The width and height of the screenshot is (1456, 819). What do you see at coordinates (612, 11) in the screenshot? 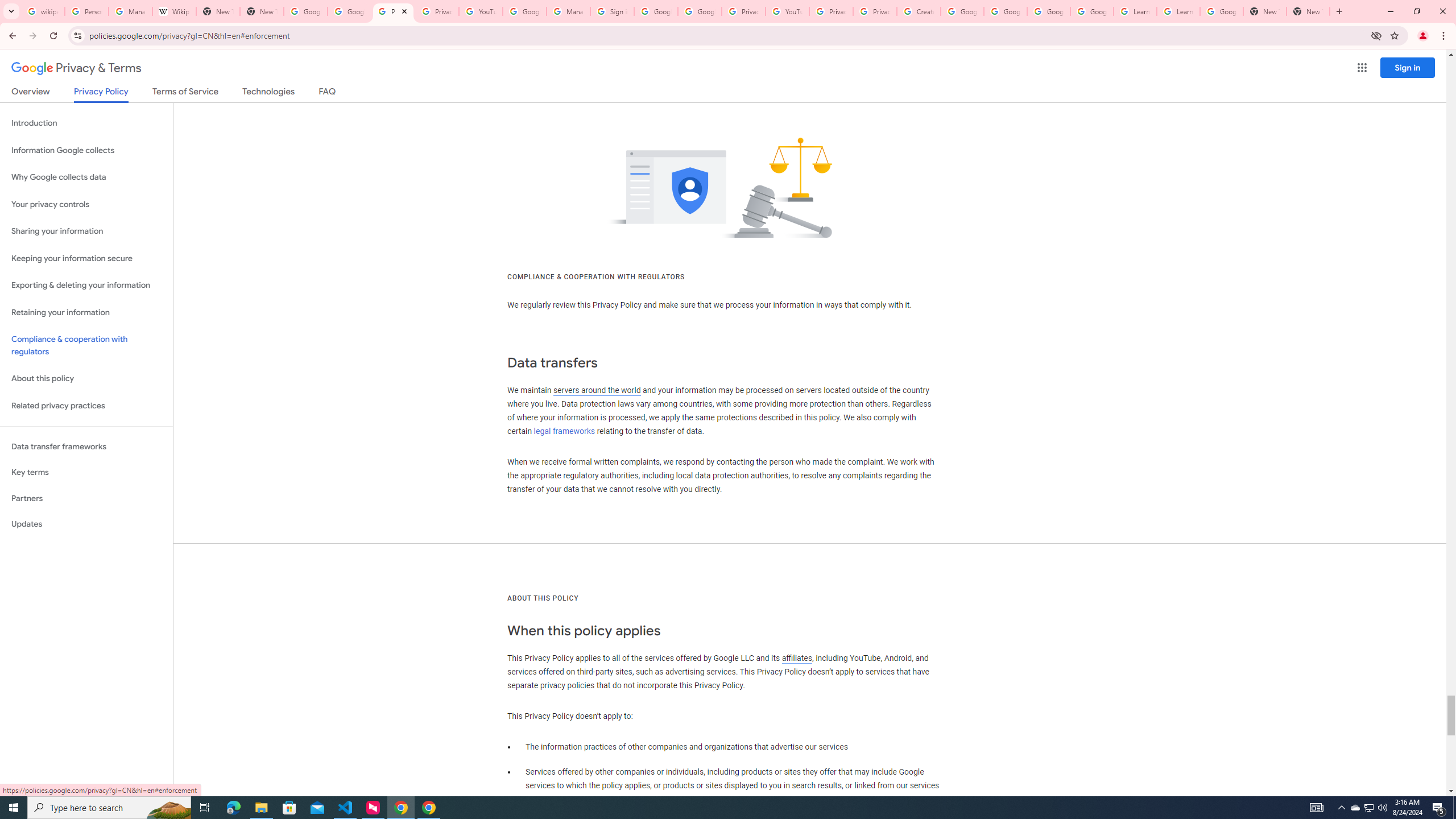
I see `'Sign in - Google Accounts'` at bounding box center [612, 11].